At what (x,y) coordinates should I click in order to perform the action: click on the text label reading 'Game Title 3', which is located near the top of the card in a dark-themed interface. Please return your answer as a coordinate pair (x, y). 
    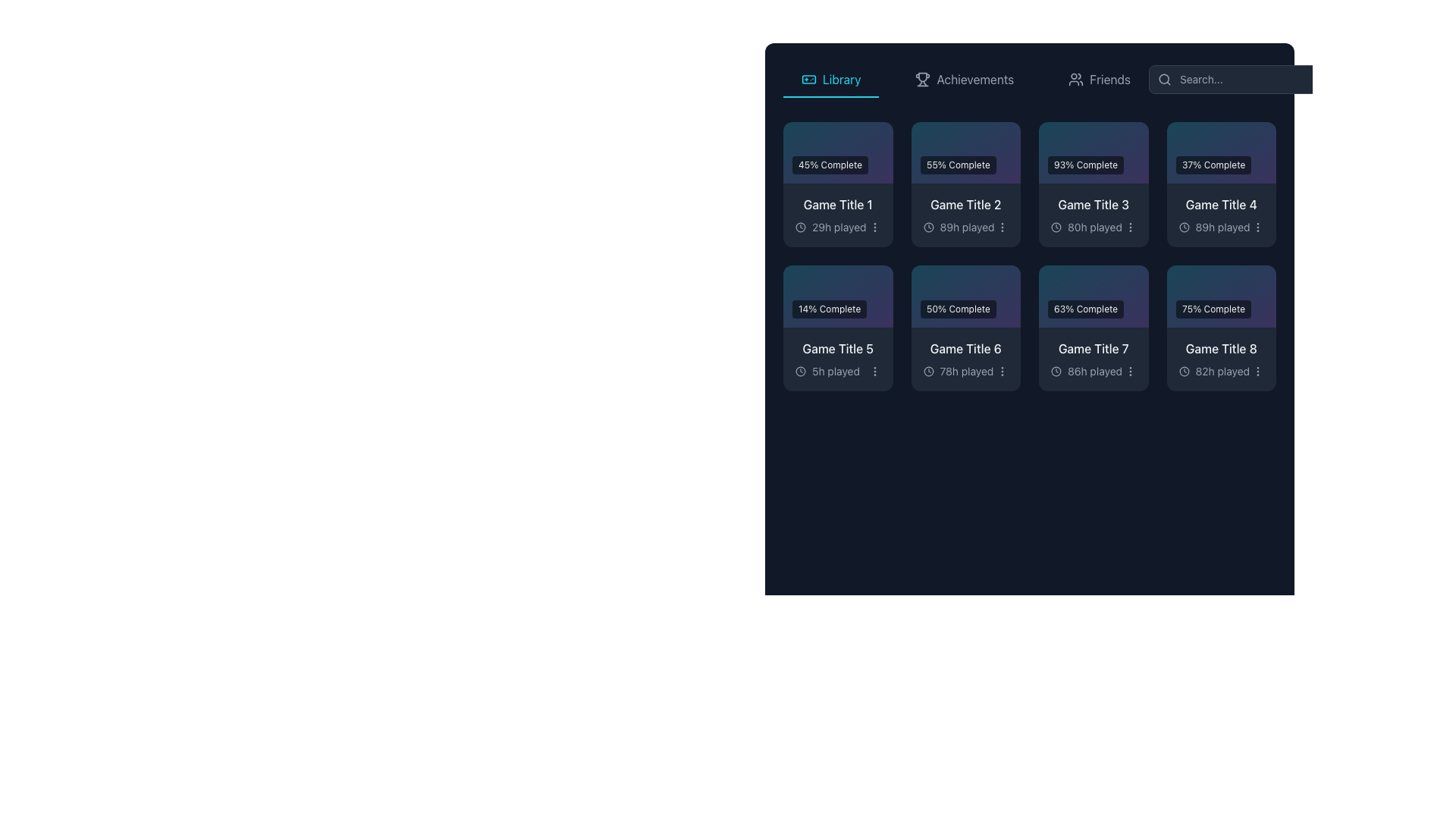
    Looking at the image, I should click on (1094, 205).